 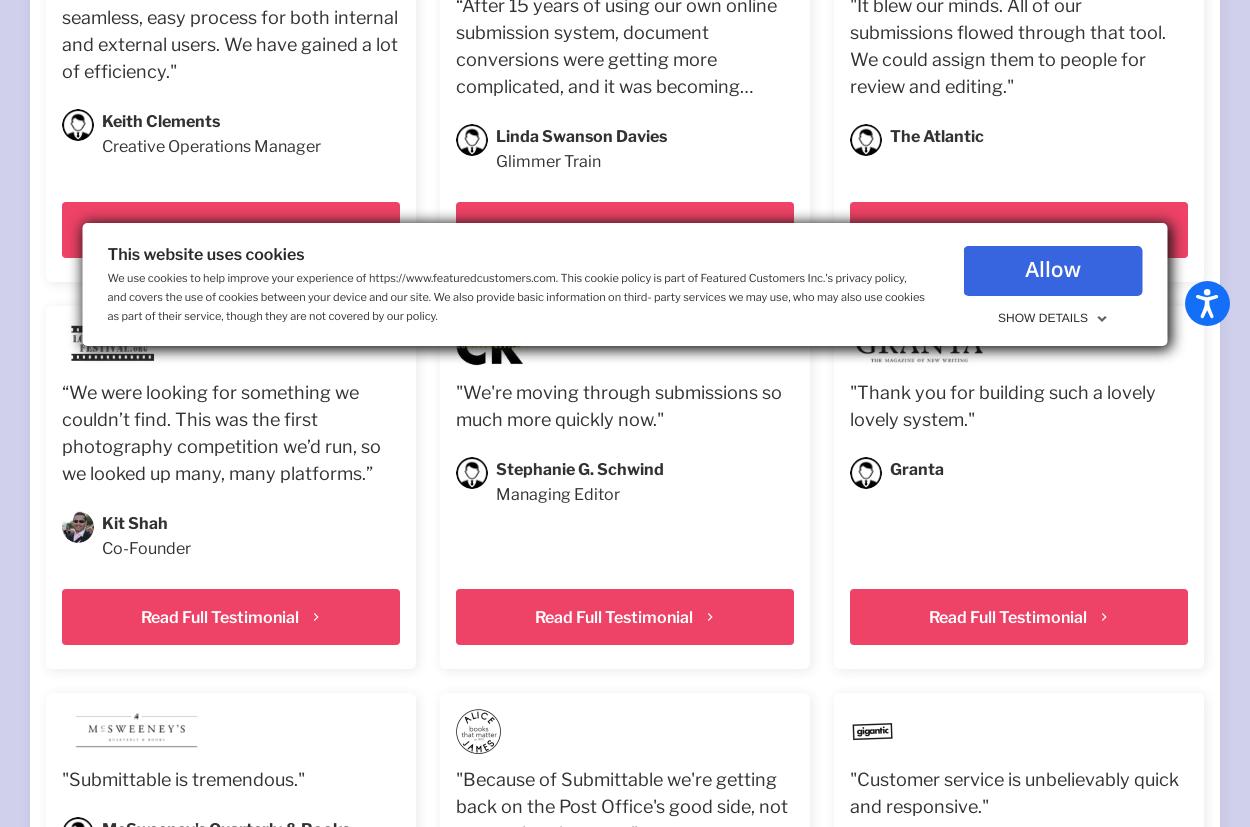 I want to click on 'Co-Founder', so click(x=101, y=547).